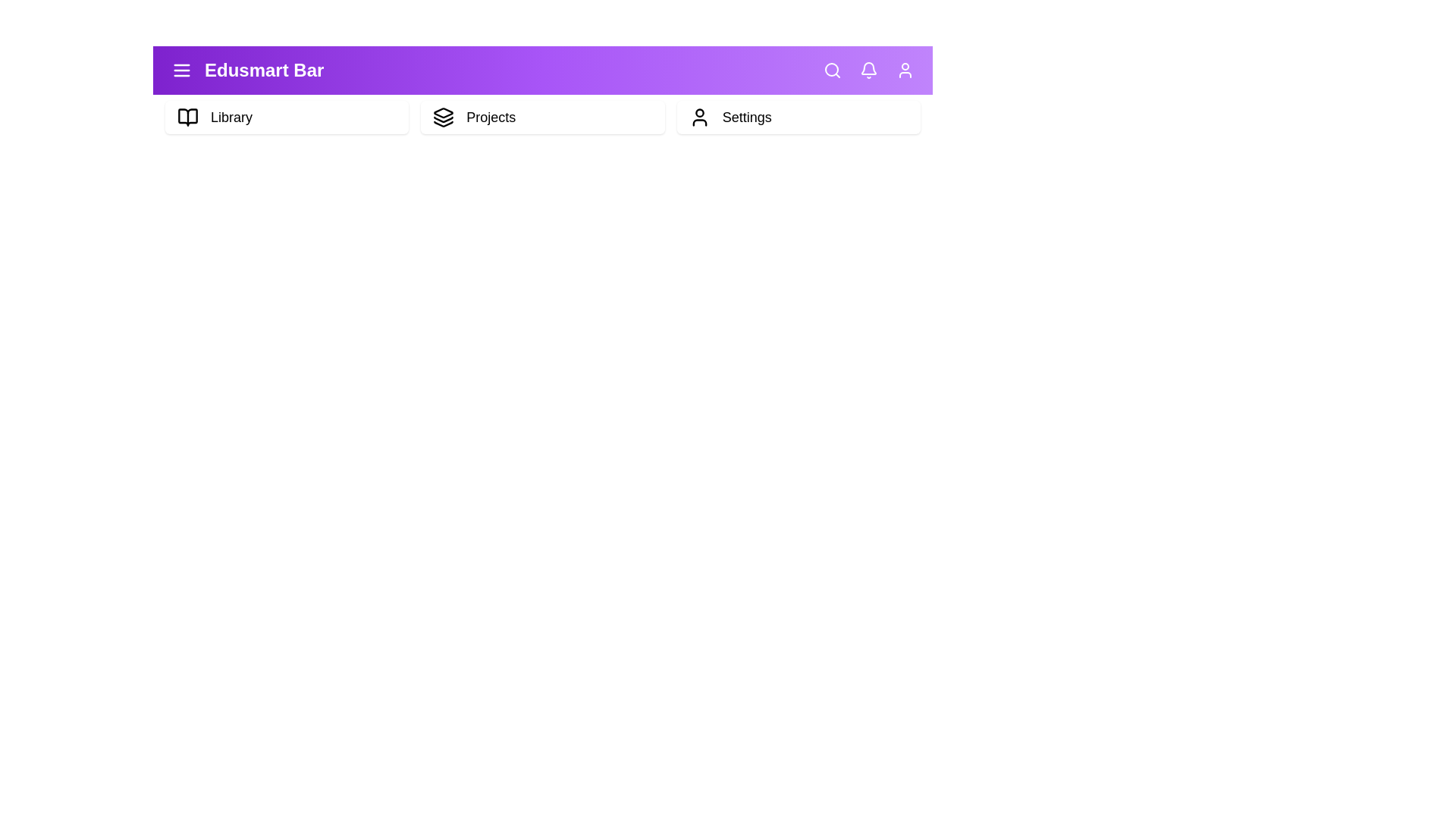 The image size is (1456, 819). Describe the element at coordinates (182, 70) in the screenshot. I see `the menu icon to view its hover effect` at that location.